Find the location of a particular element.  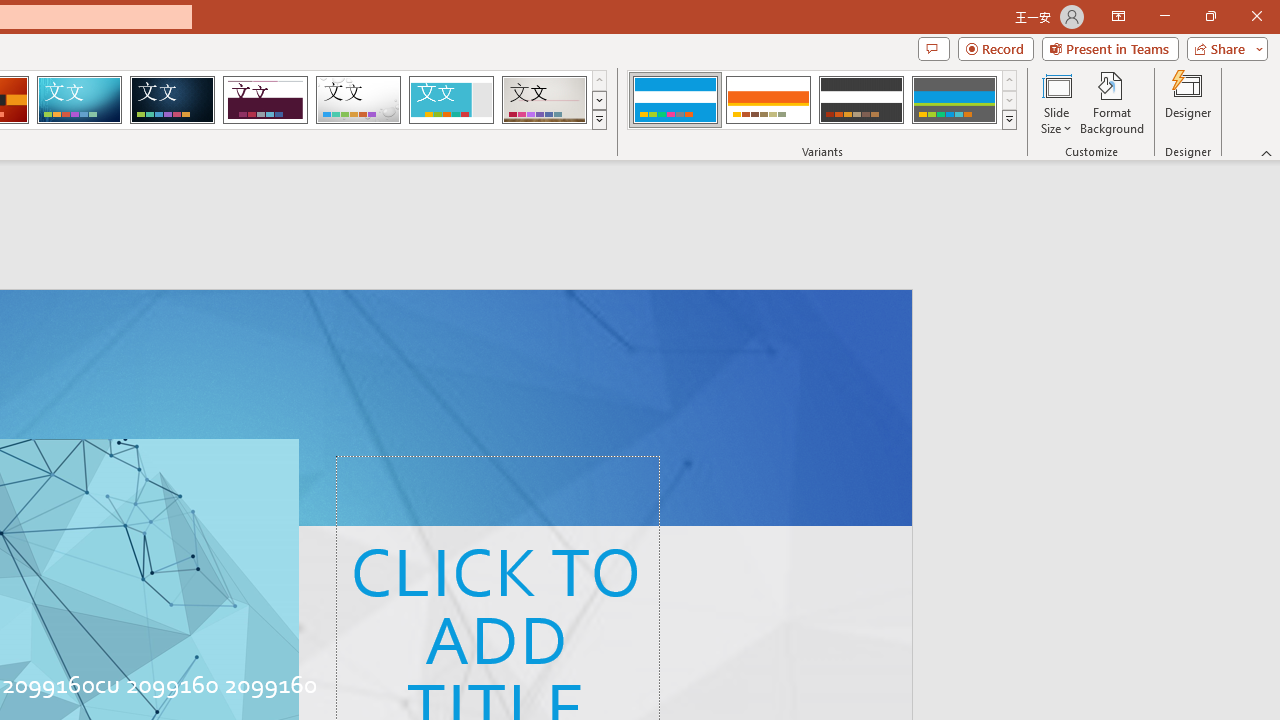

'Banded Variant 3' is located at coordinates (861, 100).